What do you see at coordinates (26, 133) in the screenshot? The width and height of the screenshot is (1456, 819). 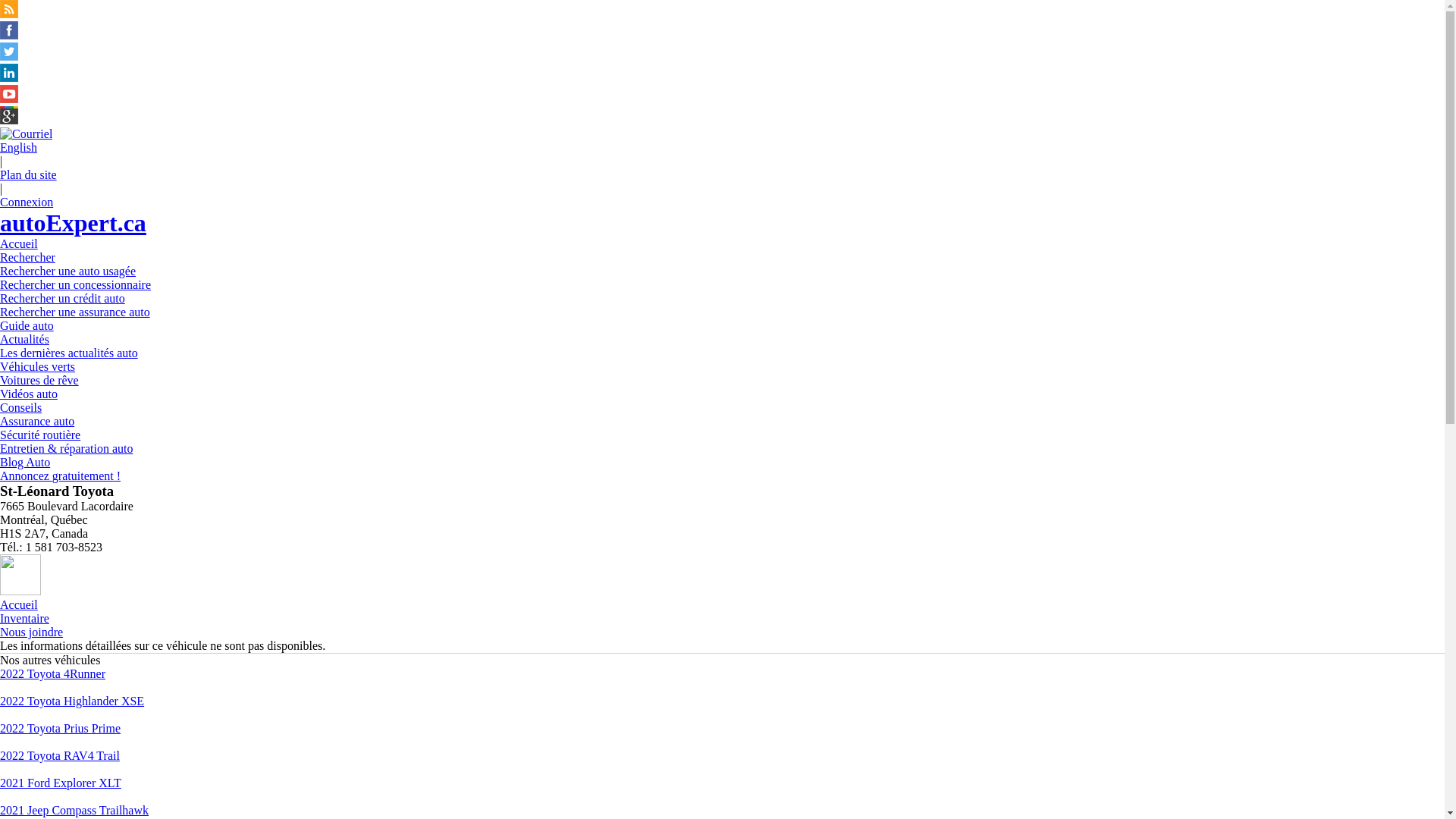 I see `'Joindre autoExpert.ca'` at bounding box center [26, 133].